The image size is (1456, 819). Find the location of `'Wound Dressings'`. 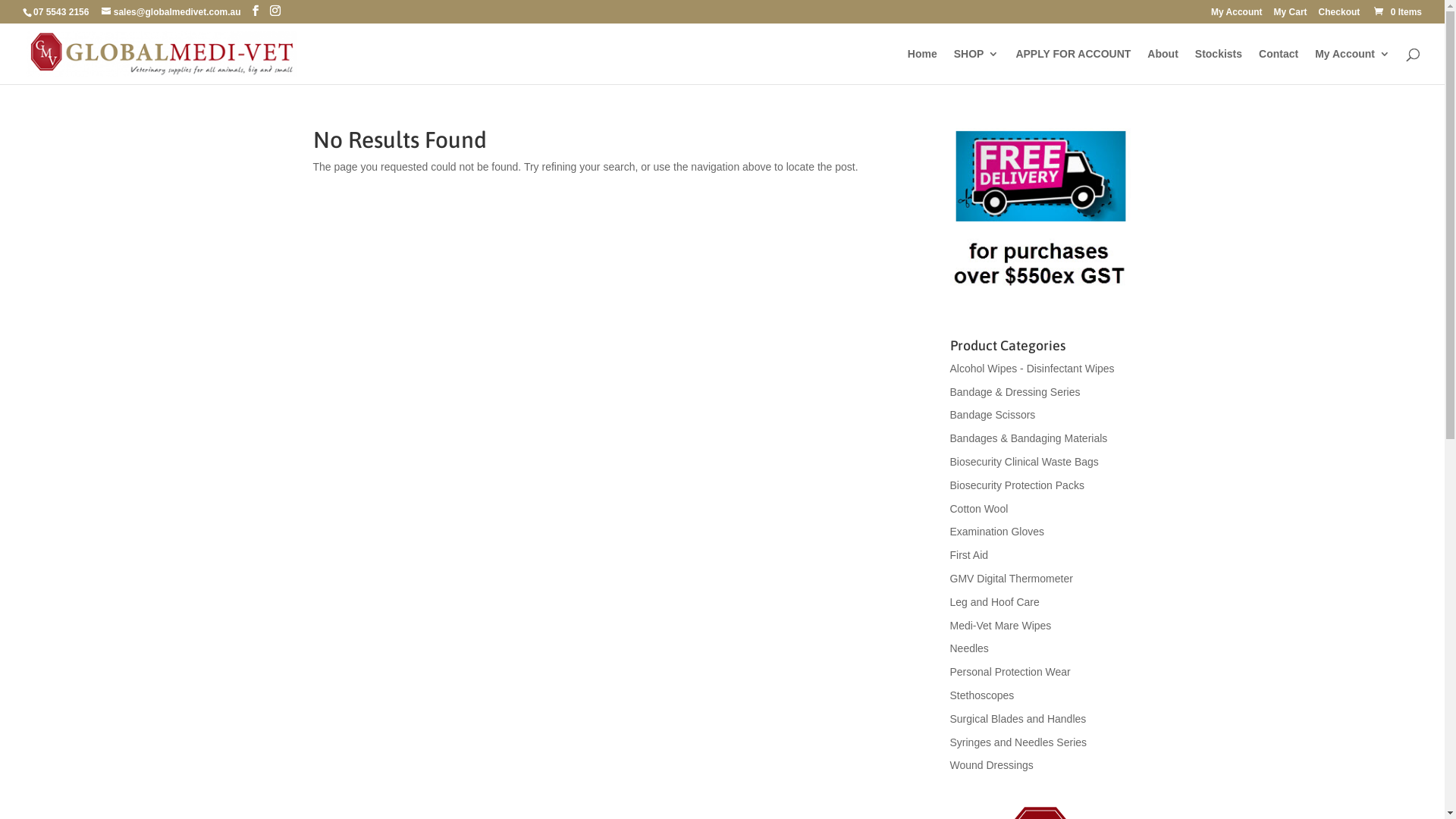

'Wound Dressings' is located at coordinates (990, 765).